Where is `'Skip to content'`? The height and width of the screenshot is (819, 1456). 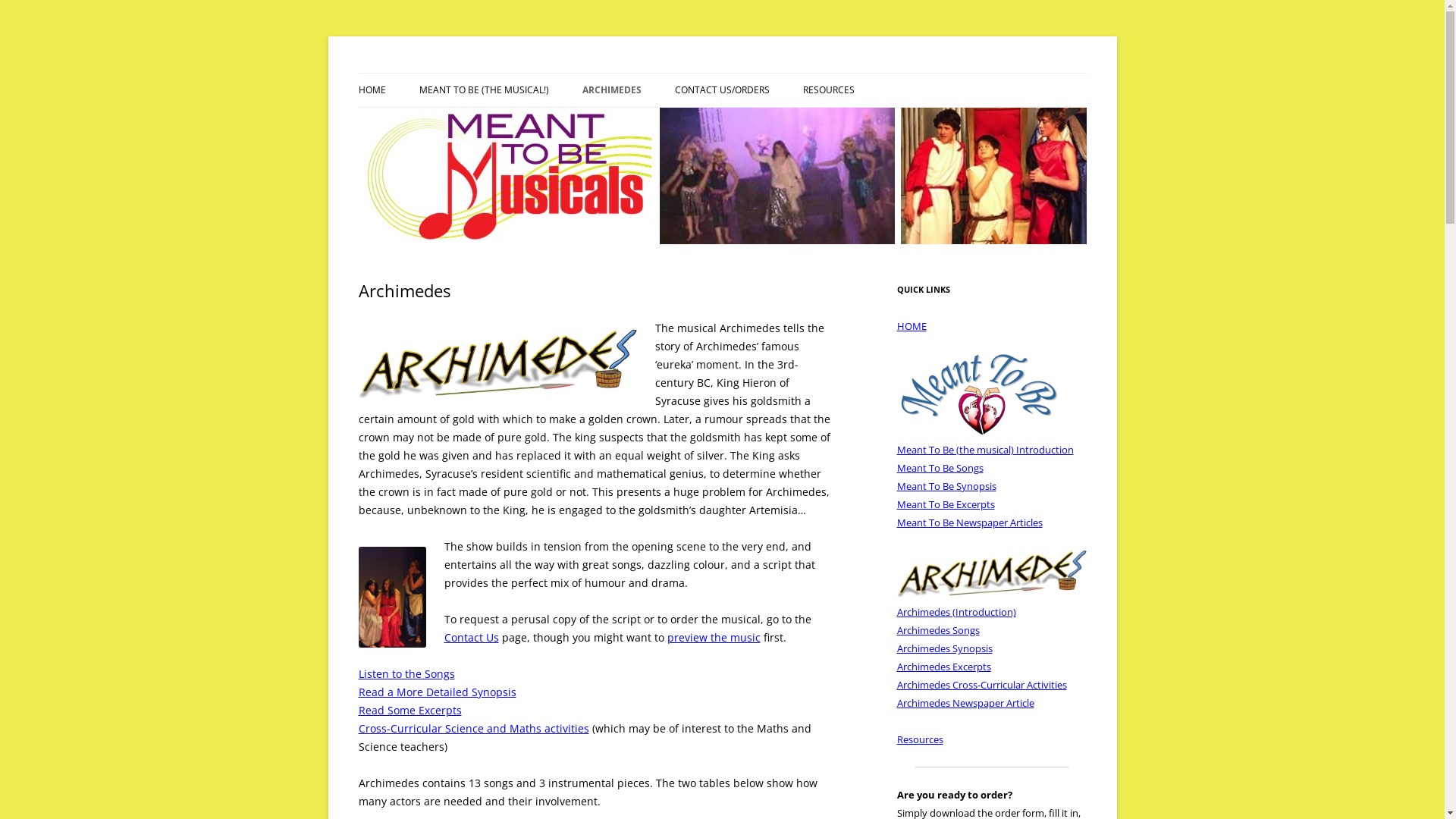 'Skip to content' is located at coordinates (760, 78).